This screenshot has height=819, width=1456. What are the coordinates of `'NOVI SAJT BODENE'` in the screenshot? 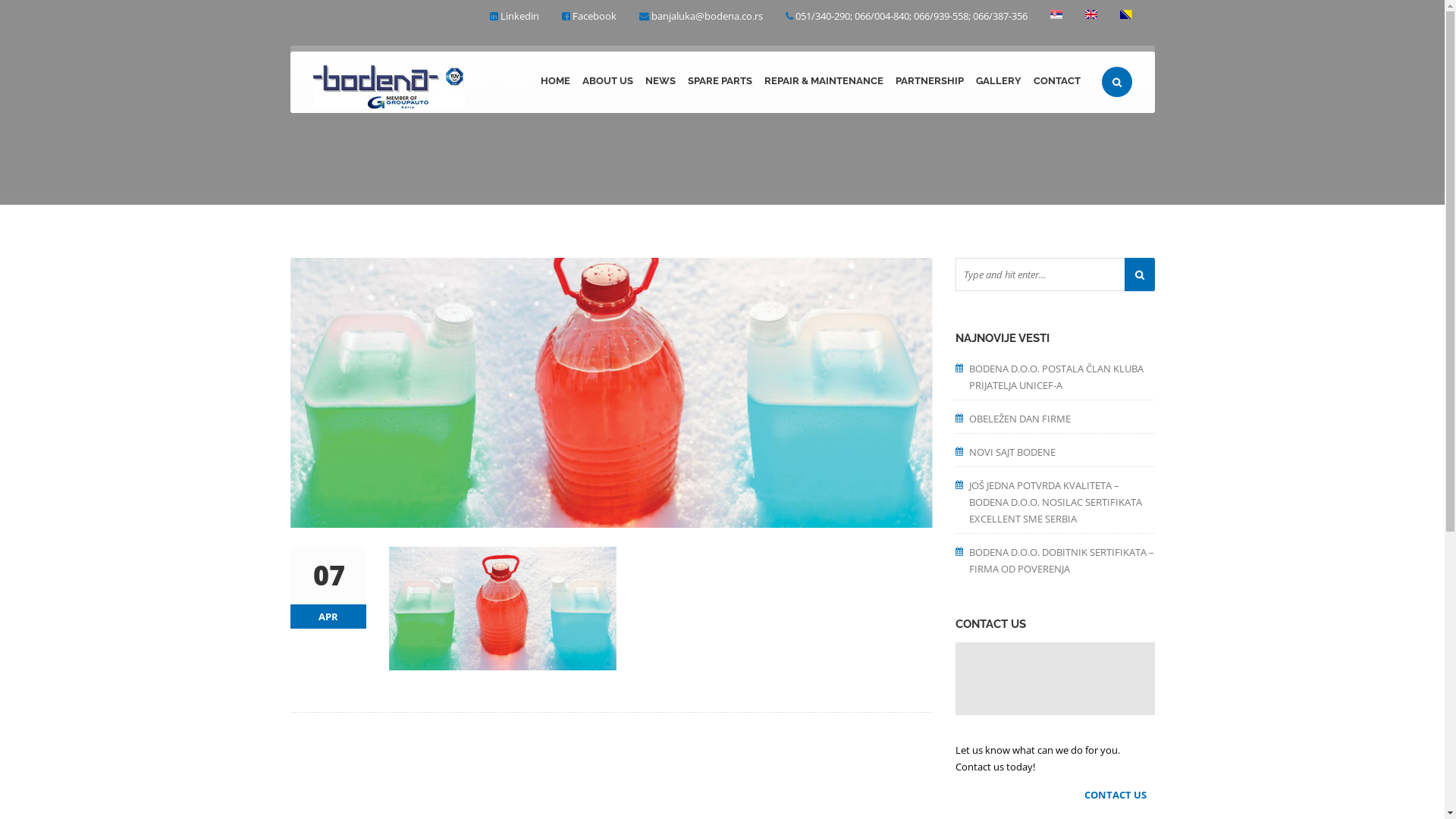 It's located at (1061, 449).